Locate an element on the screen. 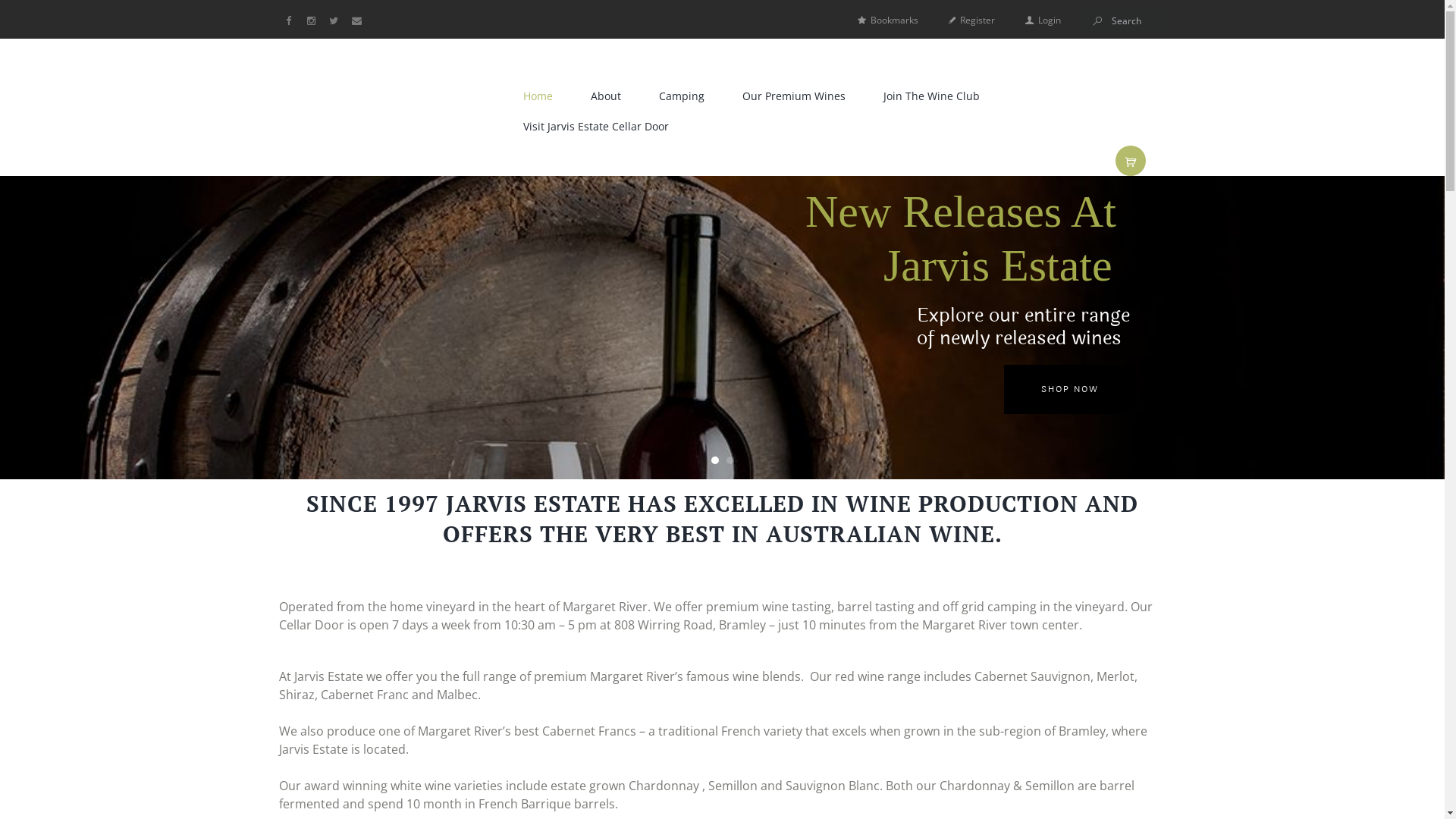 Image resolution: width=1456 pixels, height=819 pixels. 'Bookmarks' is located at coordinates (887, 20).